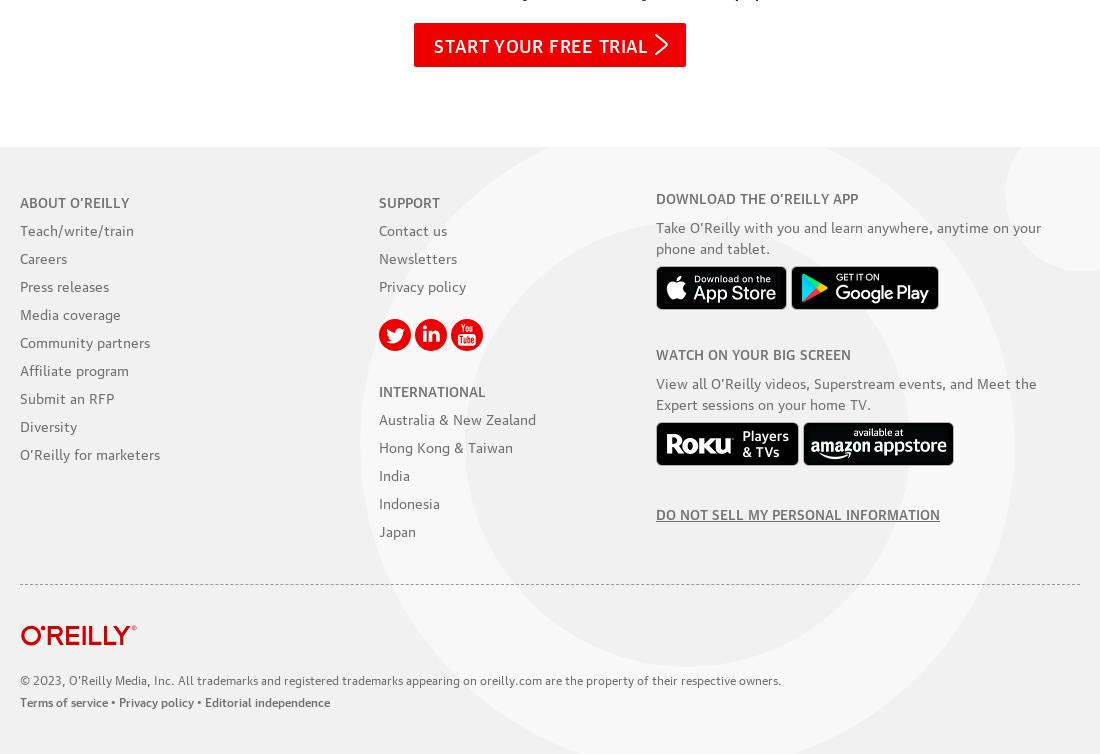 This screenshot has height=754, width=1100. Describe the element at coordinates (89, 452) in the screenshot. I see `'O’Reilly for marketers'` at that location.